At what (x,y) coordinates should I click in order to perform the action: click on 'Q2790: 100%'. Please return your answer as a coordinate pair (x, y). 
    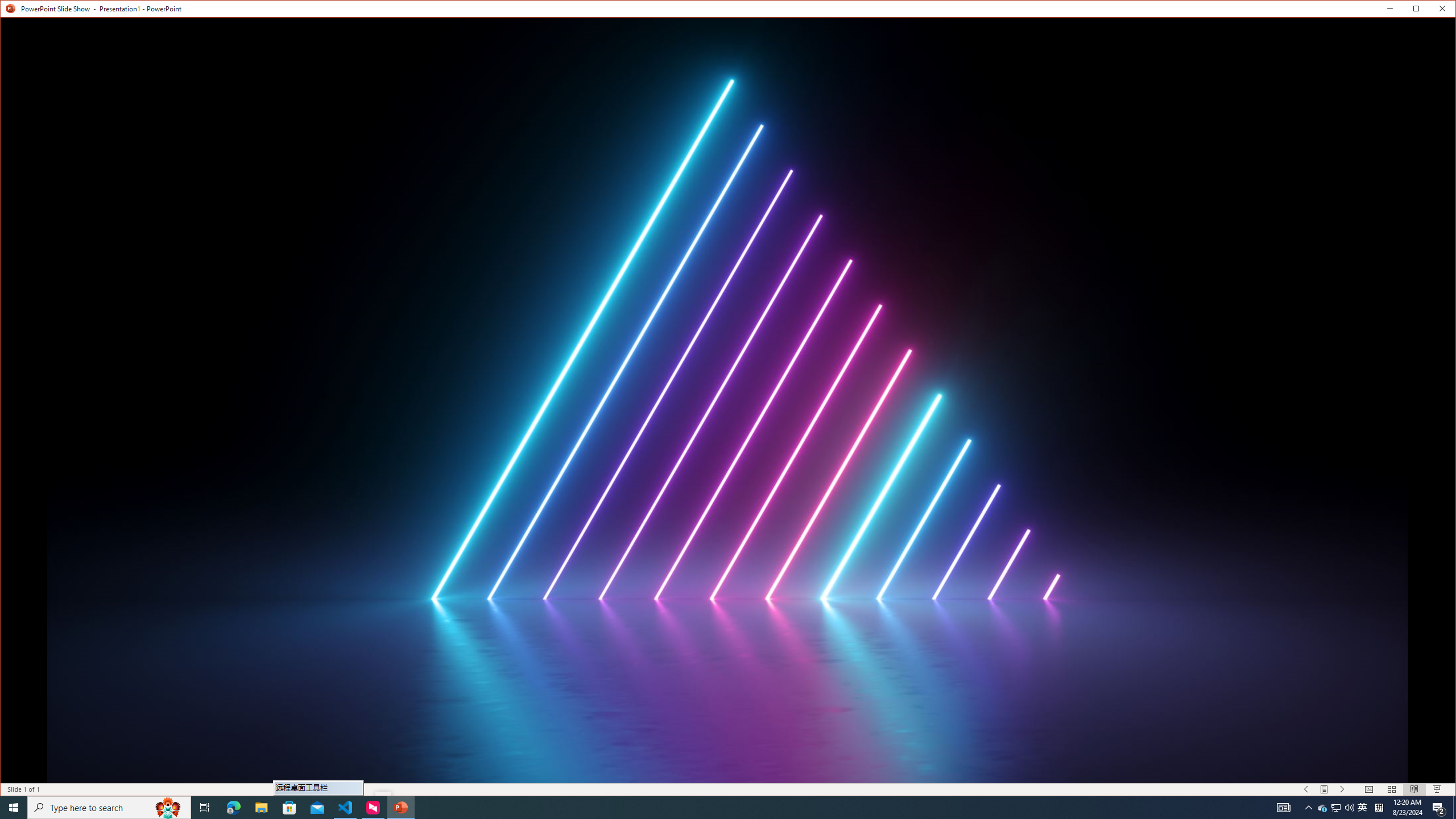
    Looking at the image, I should click on (1349, 806).